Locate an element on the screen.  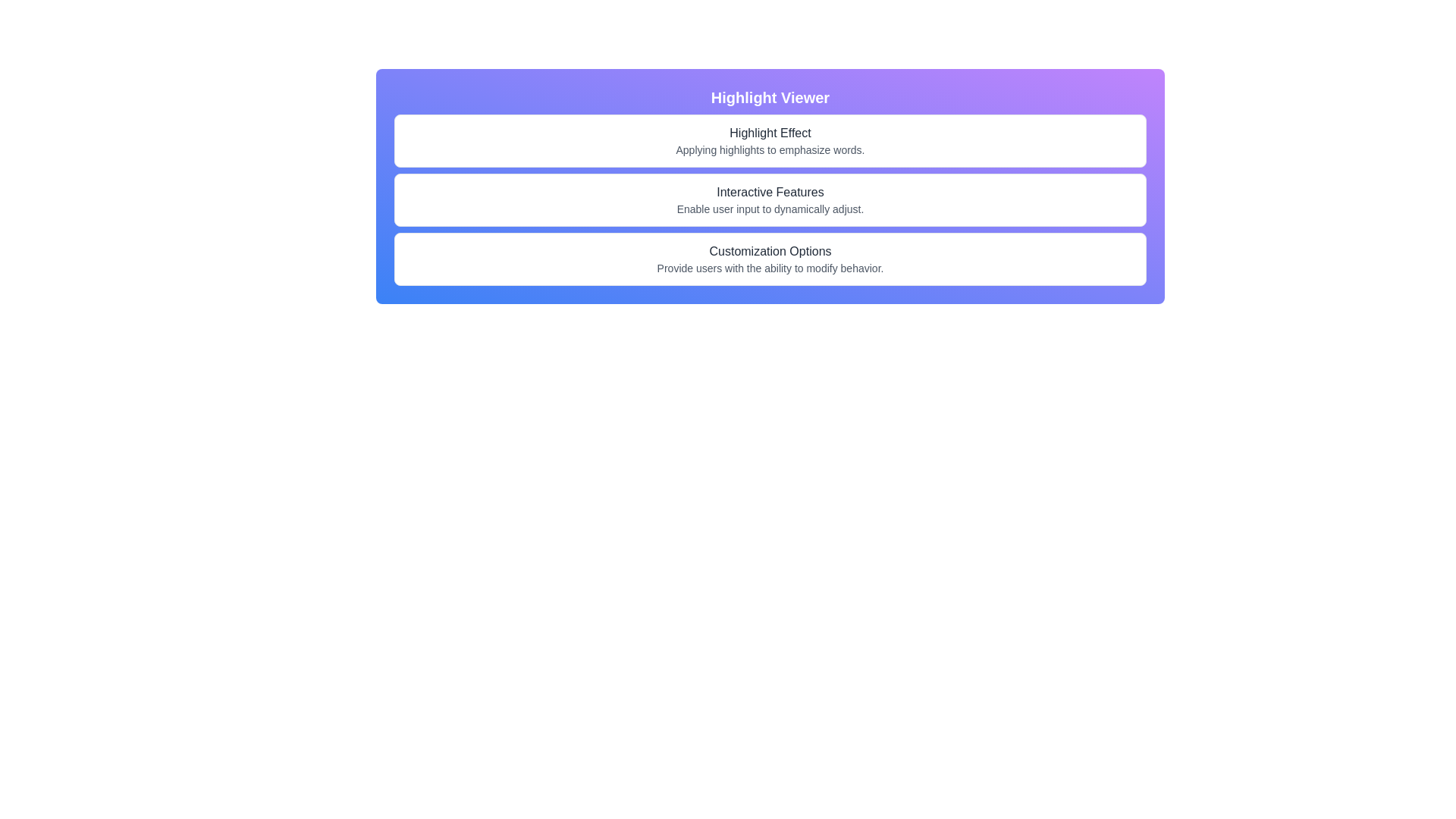
the 16th character of the text 'Customization Options' located in the third row of the interface is located at coordinates (802, 250).